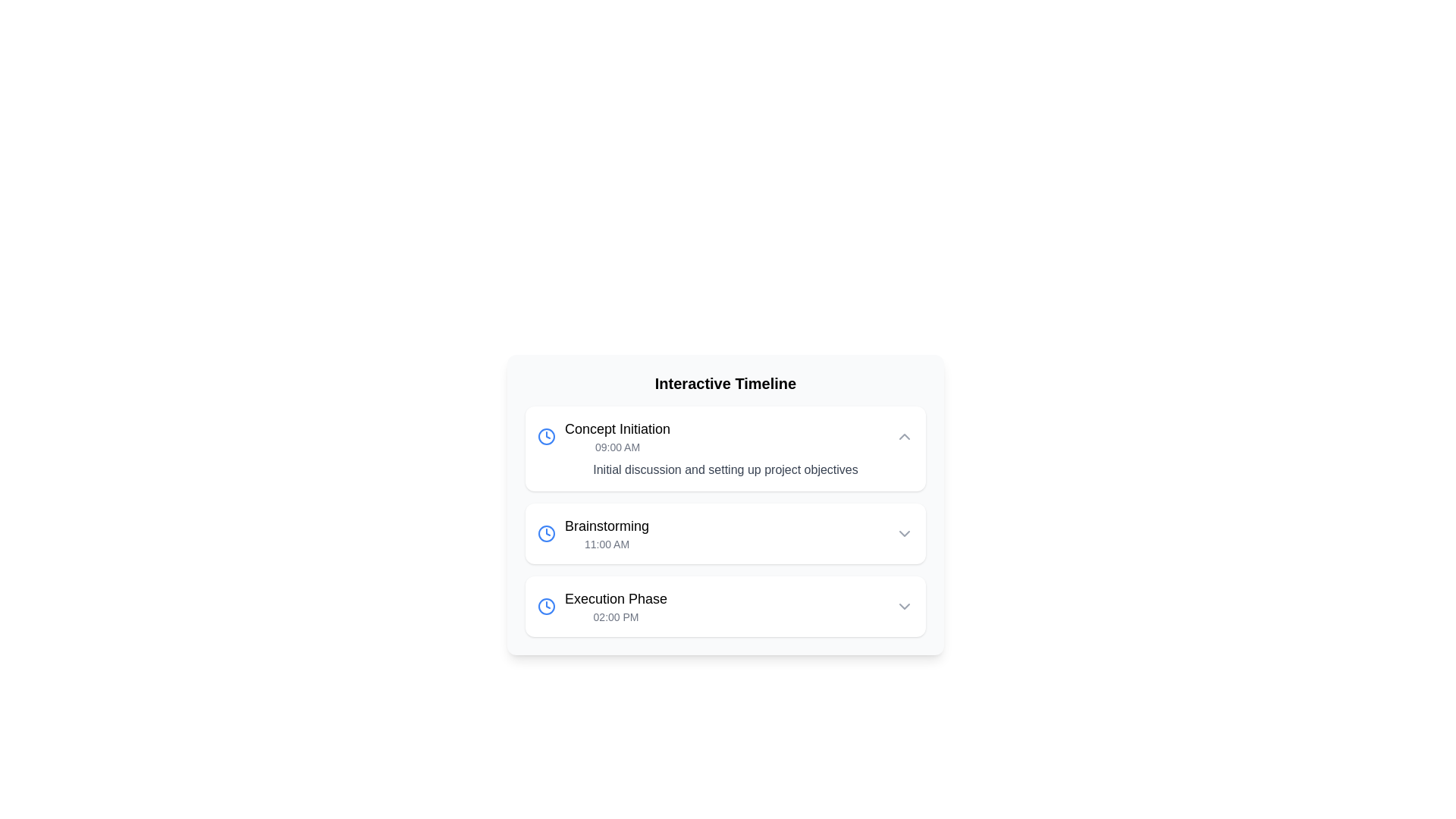 The image size is (1456, 819). Describe the element at coordinates (592, 533) in the screenshot. I see `the 'Brainstorming' event element in the Interactive Timeline section to trigger a tooltip` at that location.